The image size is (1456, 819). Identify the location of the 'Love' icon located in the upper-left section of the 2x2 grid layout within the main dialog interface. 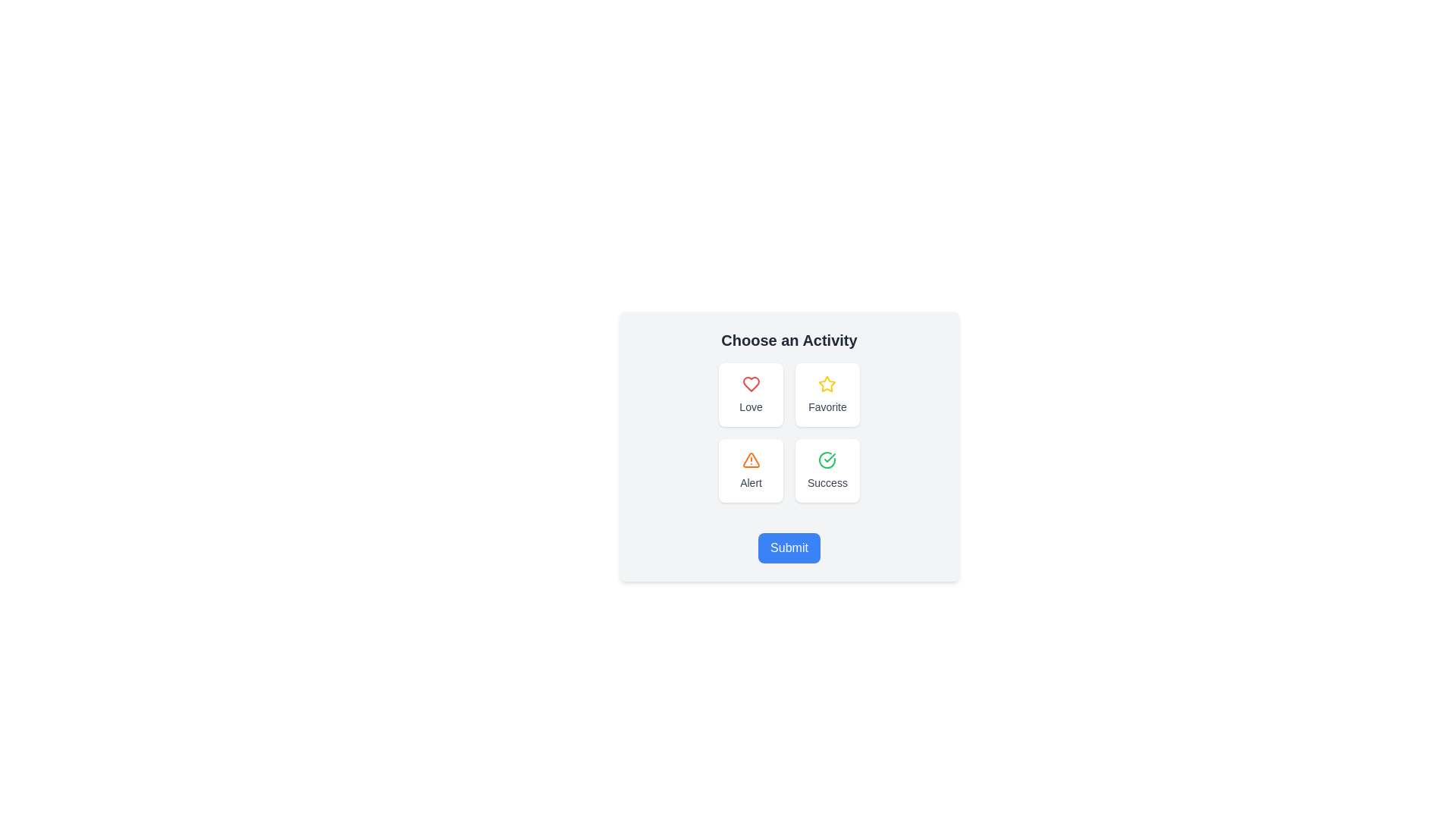
(751, 383).